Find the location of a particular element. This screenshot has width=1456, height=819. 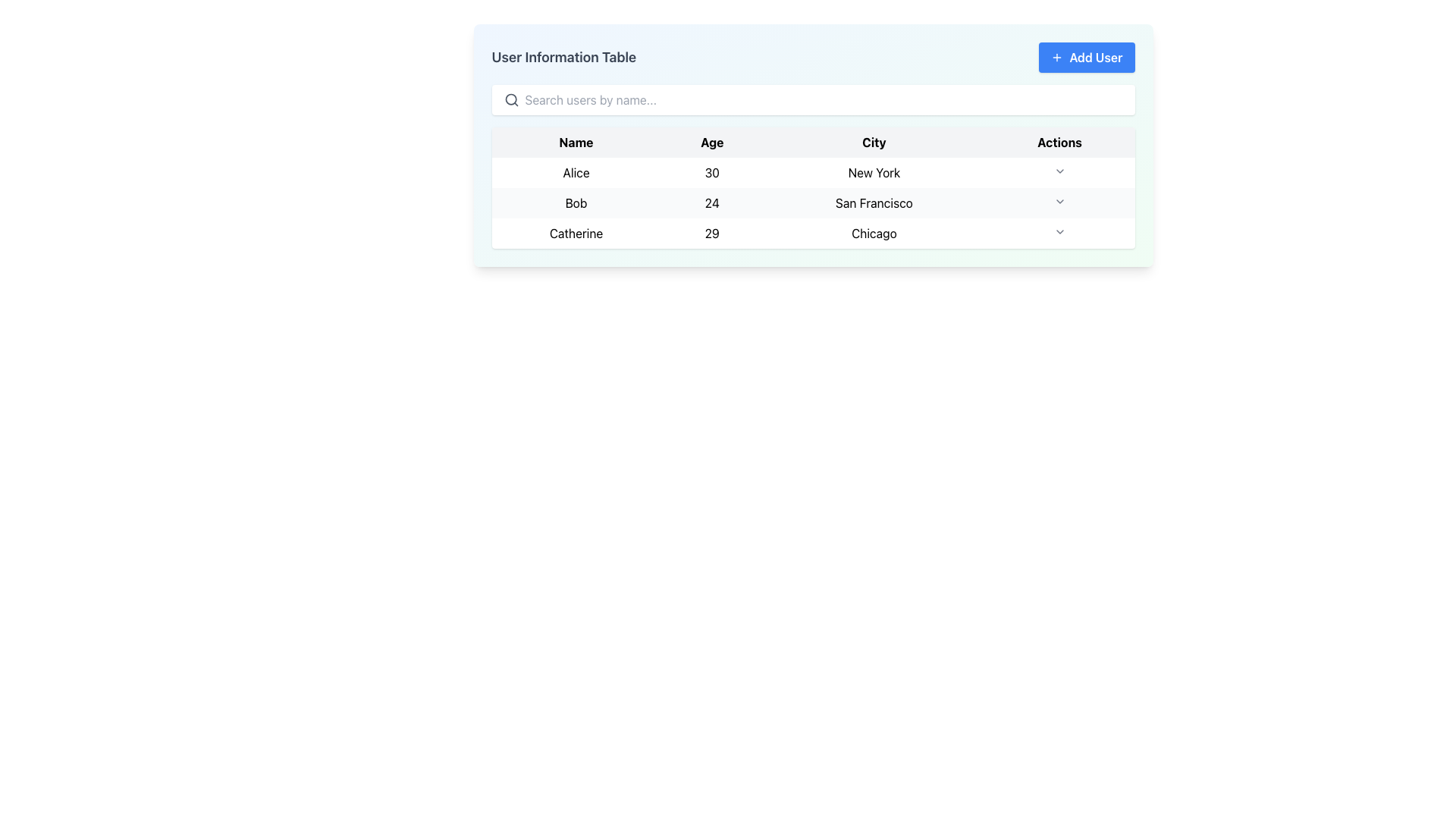

the text label displaying the number '30', which represents Alice's age in the table row is located at coordinates (711, 171).